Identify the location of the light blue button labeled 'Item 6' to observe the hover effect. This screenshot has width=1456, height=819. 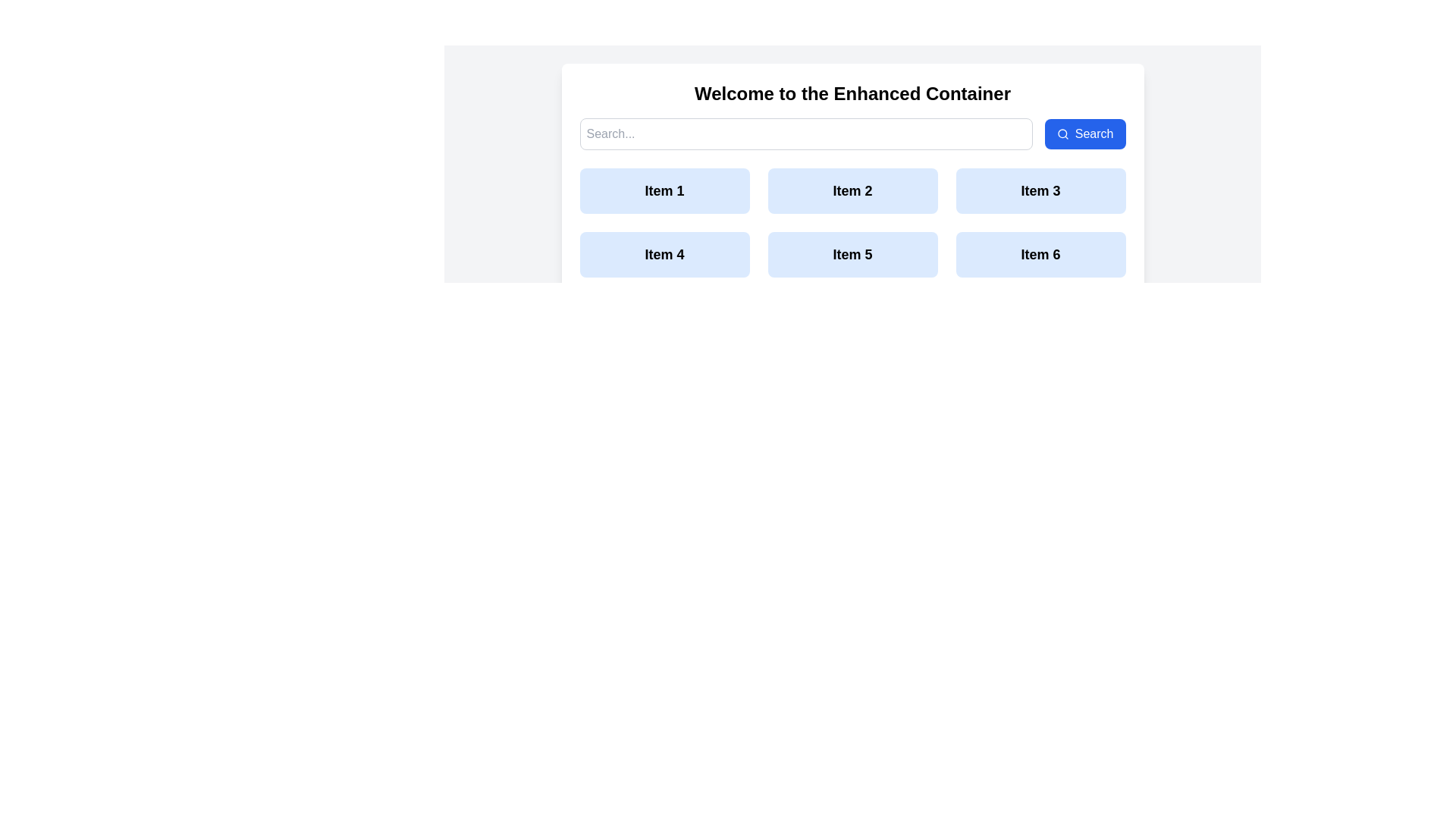
(1040, 253).